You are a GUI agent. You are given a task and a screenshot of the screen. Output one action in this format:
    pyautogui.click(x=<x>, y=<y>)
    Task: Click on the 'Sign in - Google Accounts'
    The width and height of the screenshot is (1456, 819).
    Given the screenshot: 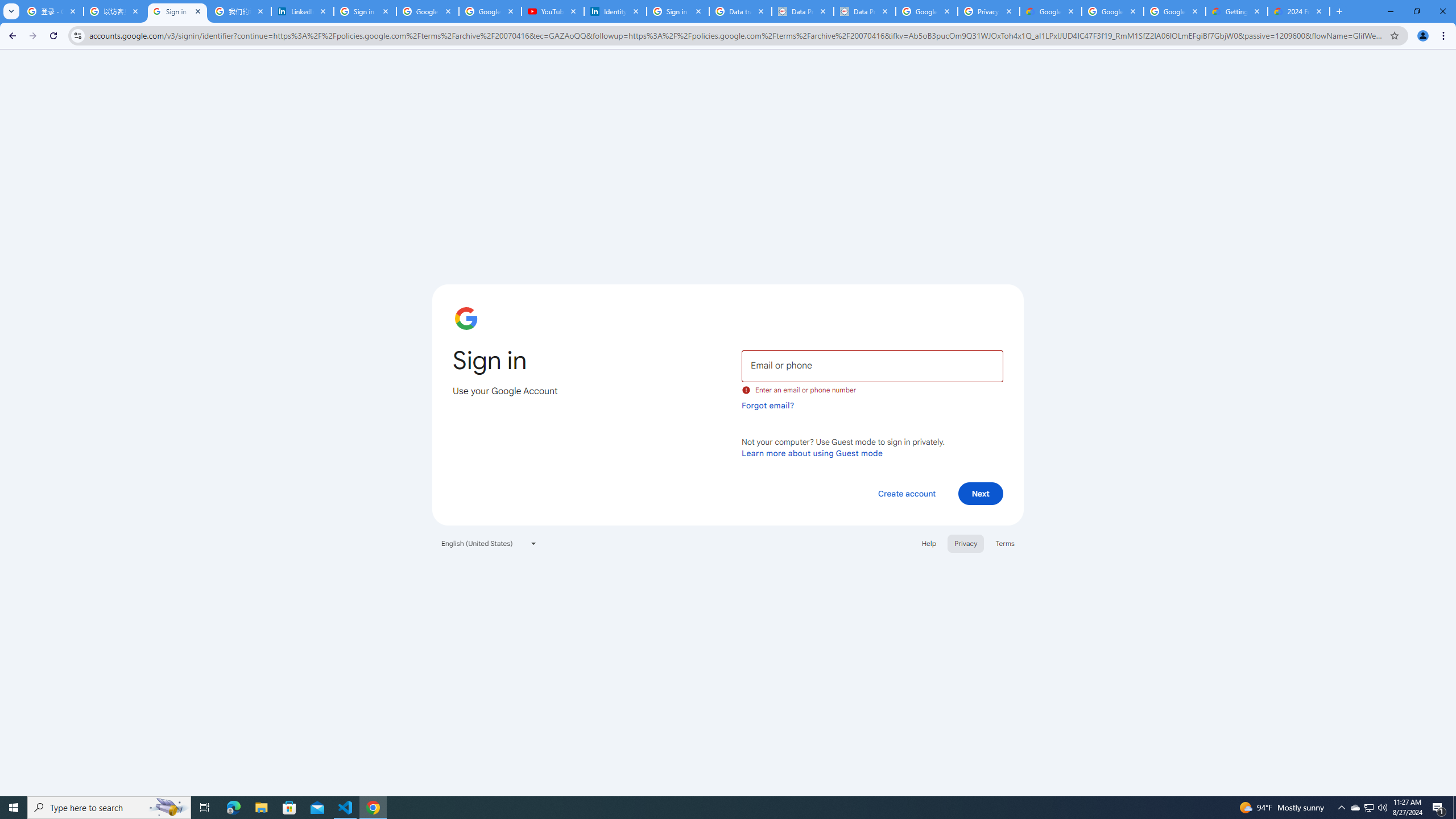 What is the action you would take?
    pyautogui.click(x=177, y=11)
    